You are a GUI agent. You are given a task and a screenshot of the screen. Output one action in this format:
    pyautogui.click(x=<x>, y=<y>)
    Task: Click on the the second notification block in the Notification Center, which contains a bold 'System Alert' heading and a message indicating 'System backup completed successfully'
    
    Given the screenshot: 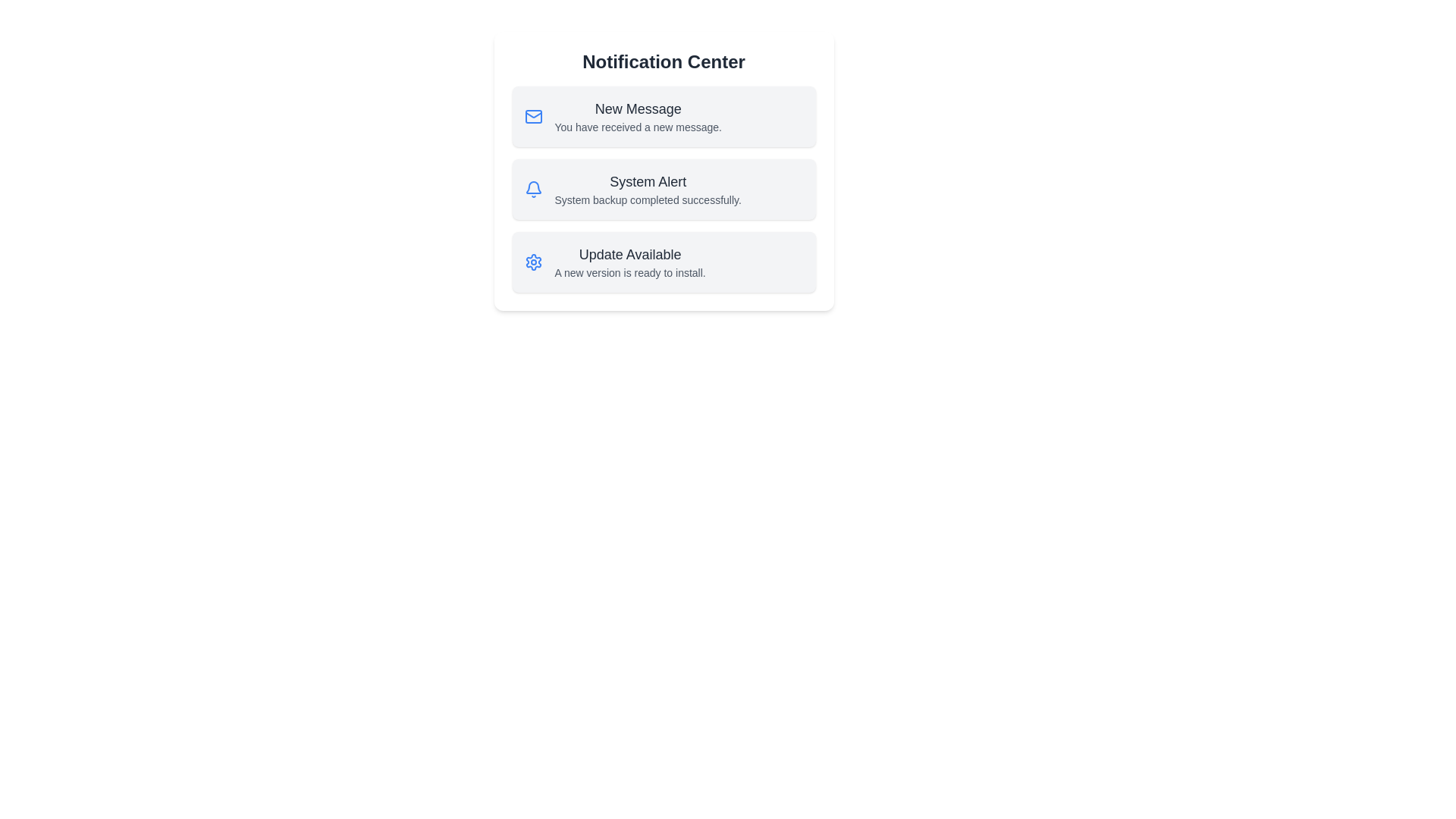 What is the action you would take?
    pyautogui.click(x=664, y=171)
    